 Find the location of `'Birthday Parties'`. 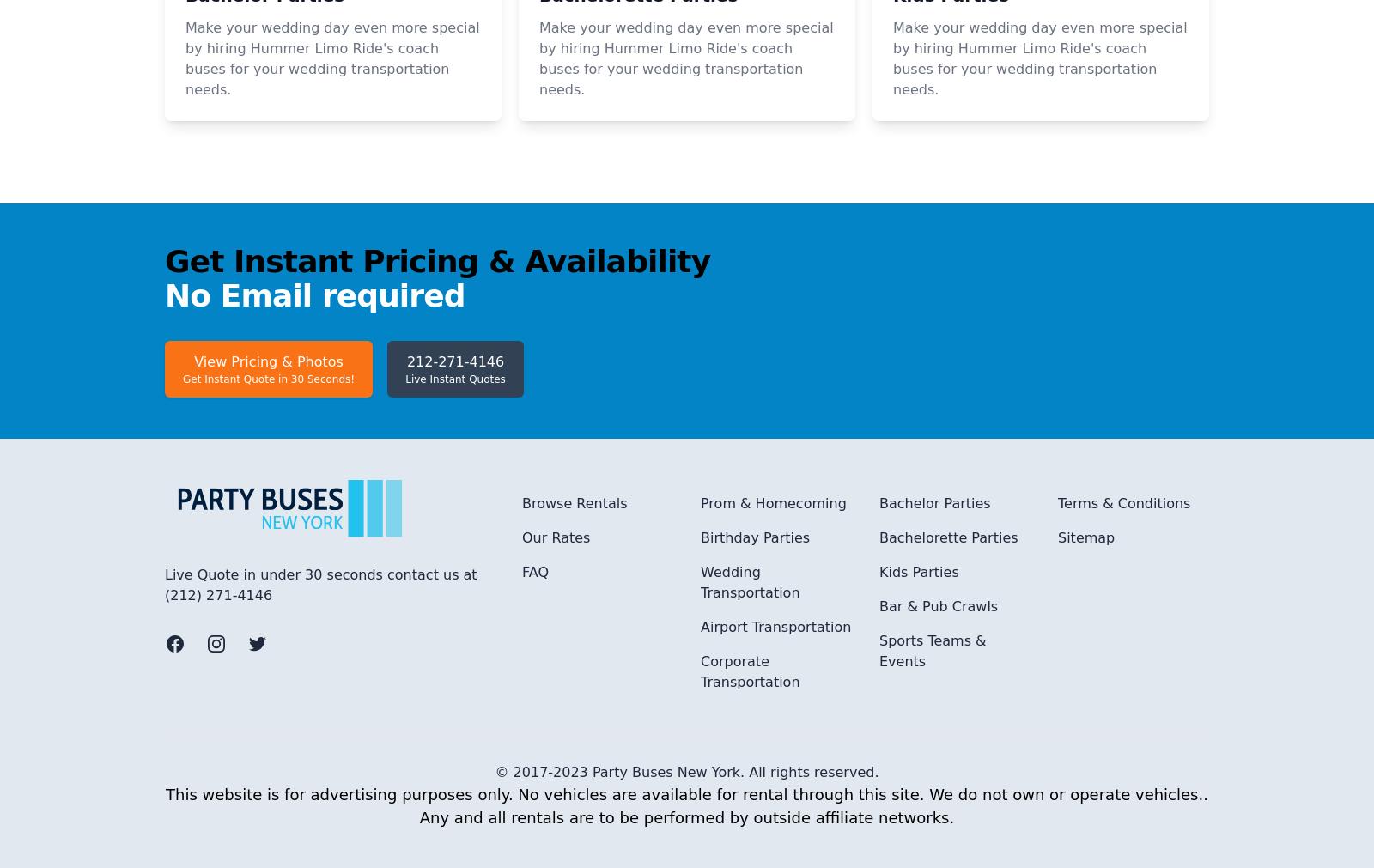

'Birthday Parties' is located at coordinates (754, 766).